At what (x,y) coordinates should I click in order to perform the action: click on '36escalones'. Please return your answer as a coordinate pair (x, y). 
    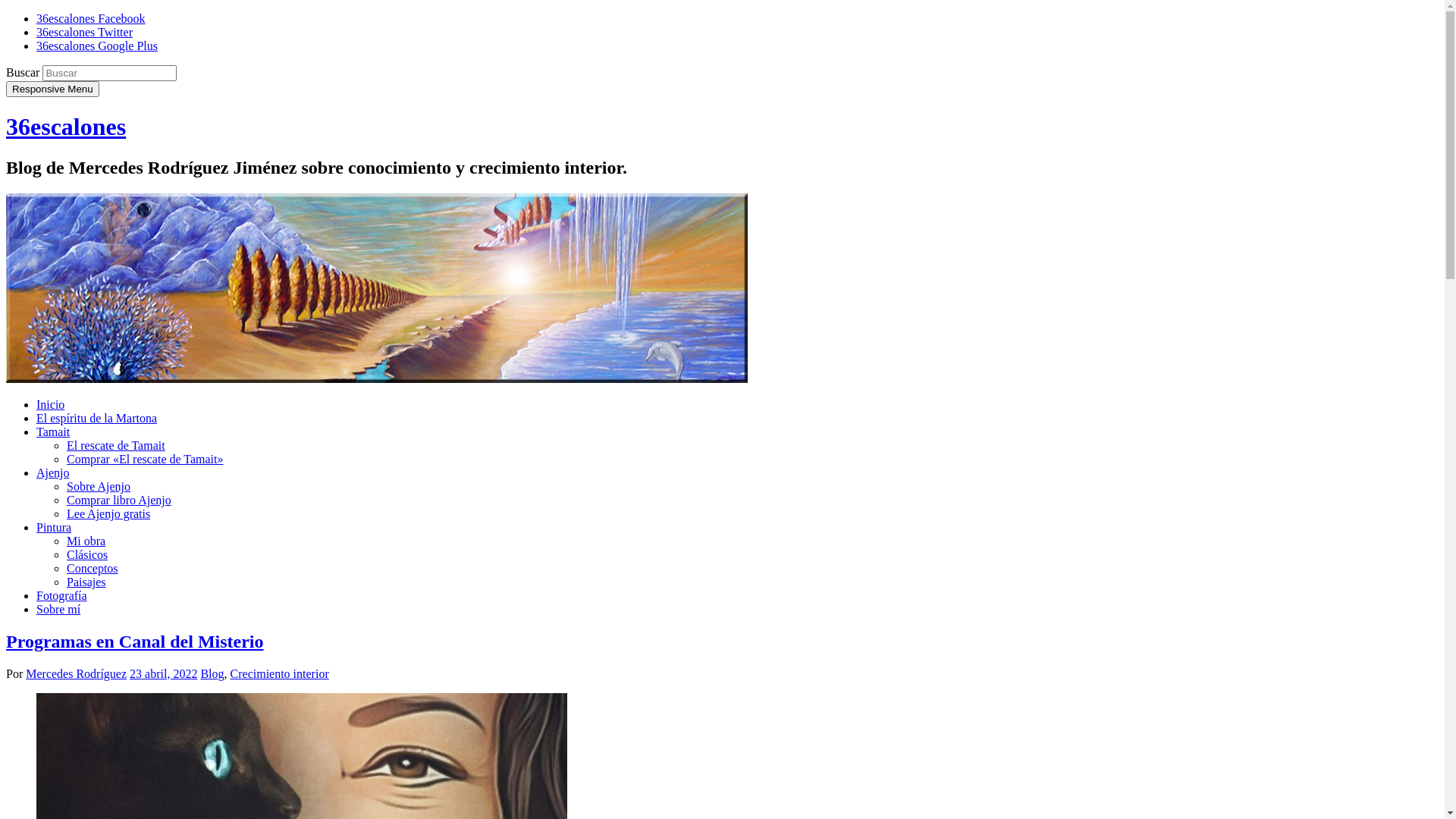
    Looking at the image, I should click on (64, 125).